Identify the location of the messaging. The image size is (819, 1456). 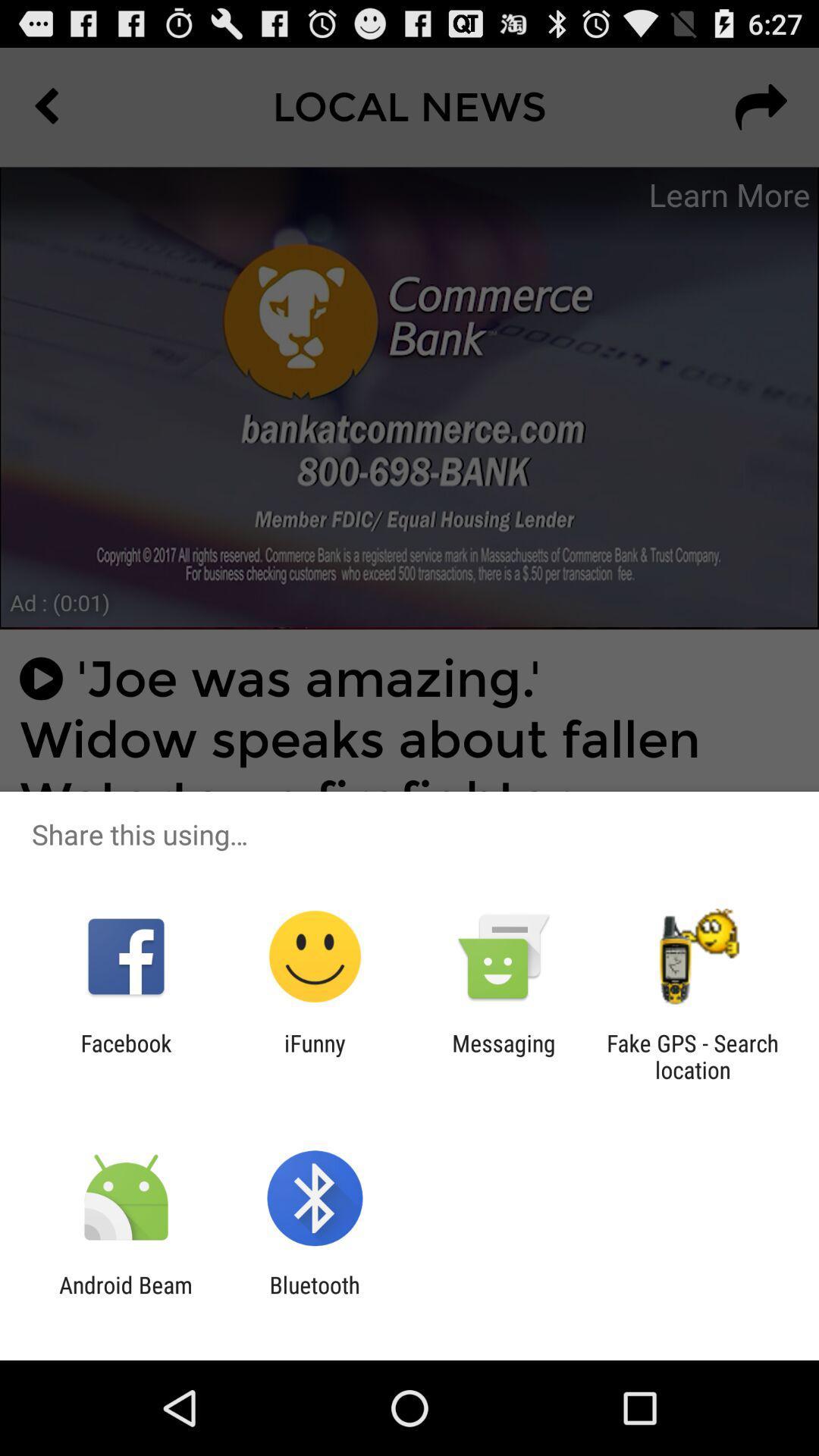
(504, 1056).